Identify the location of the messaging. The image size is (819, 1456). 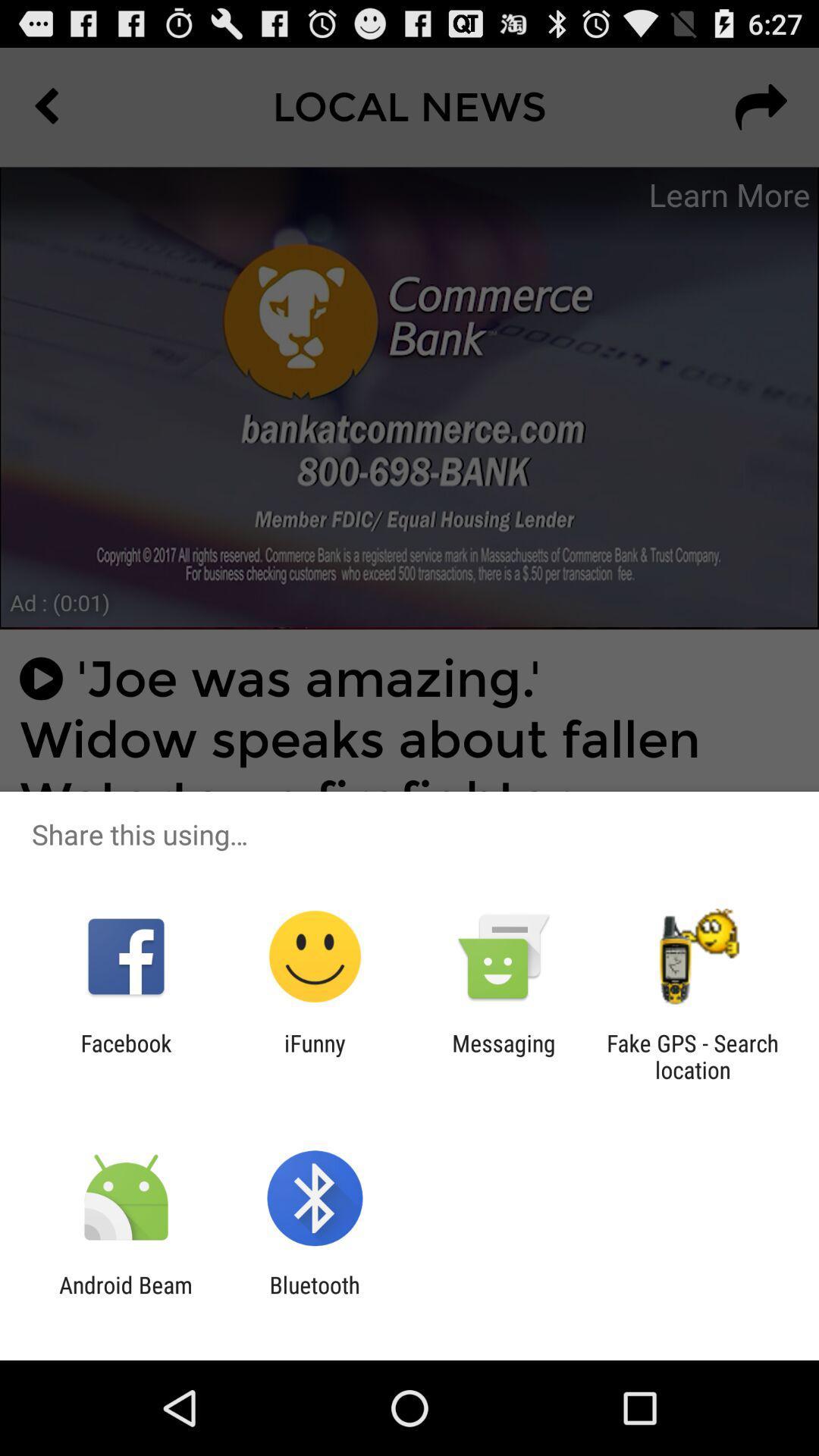
(504, 1056).